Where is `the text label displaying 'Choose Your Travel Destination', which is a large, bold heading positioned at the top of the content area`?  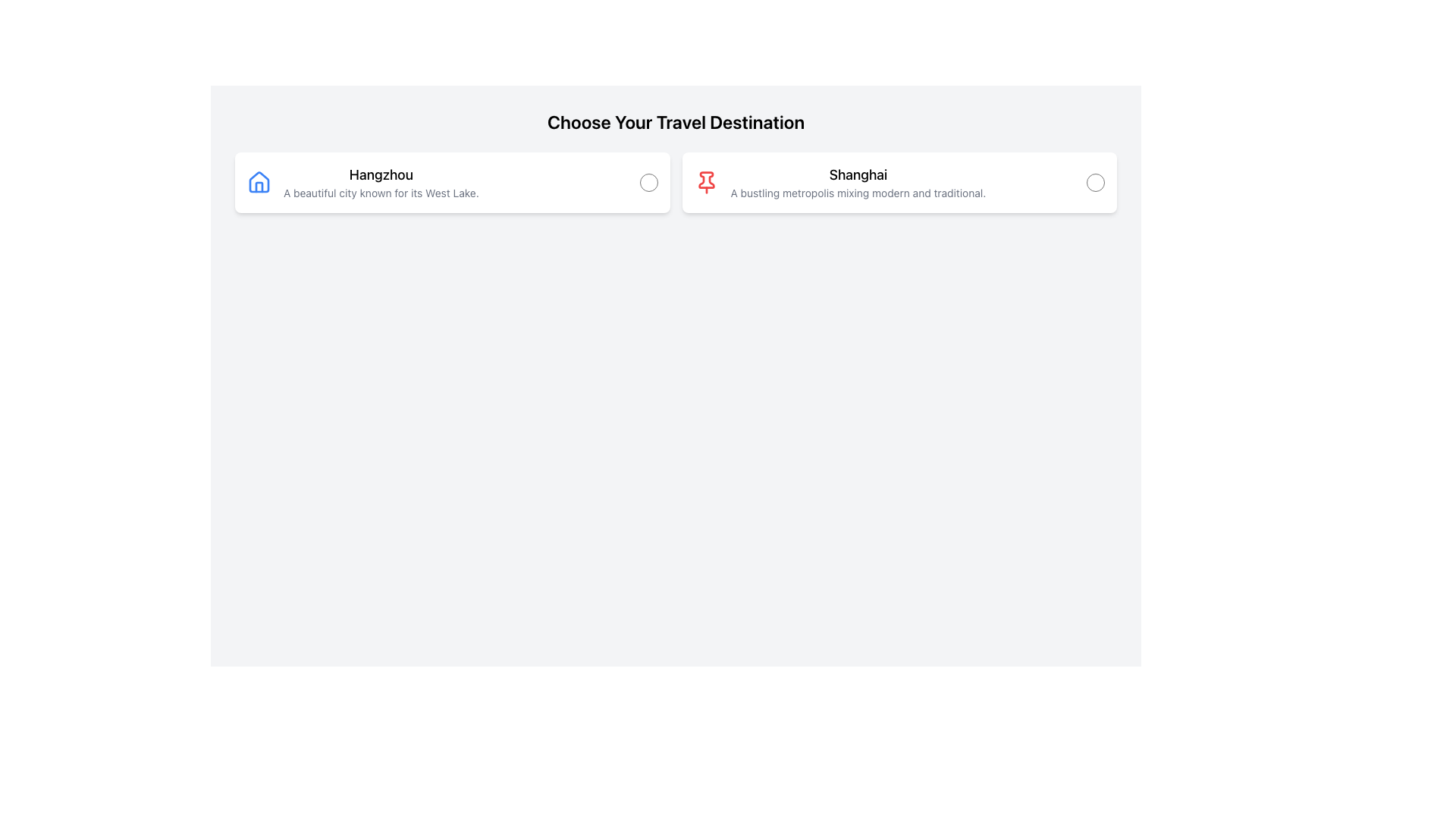
the text label displaying 'Choose Your Travel Destination', which is a large, bold heading positioned at the top of the content area is located at coordinates (675, 121).